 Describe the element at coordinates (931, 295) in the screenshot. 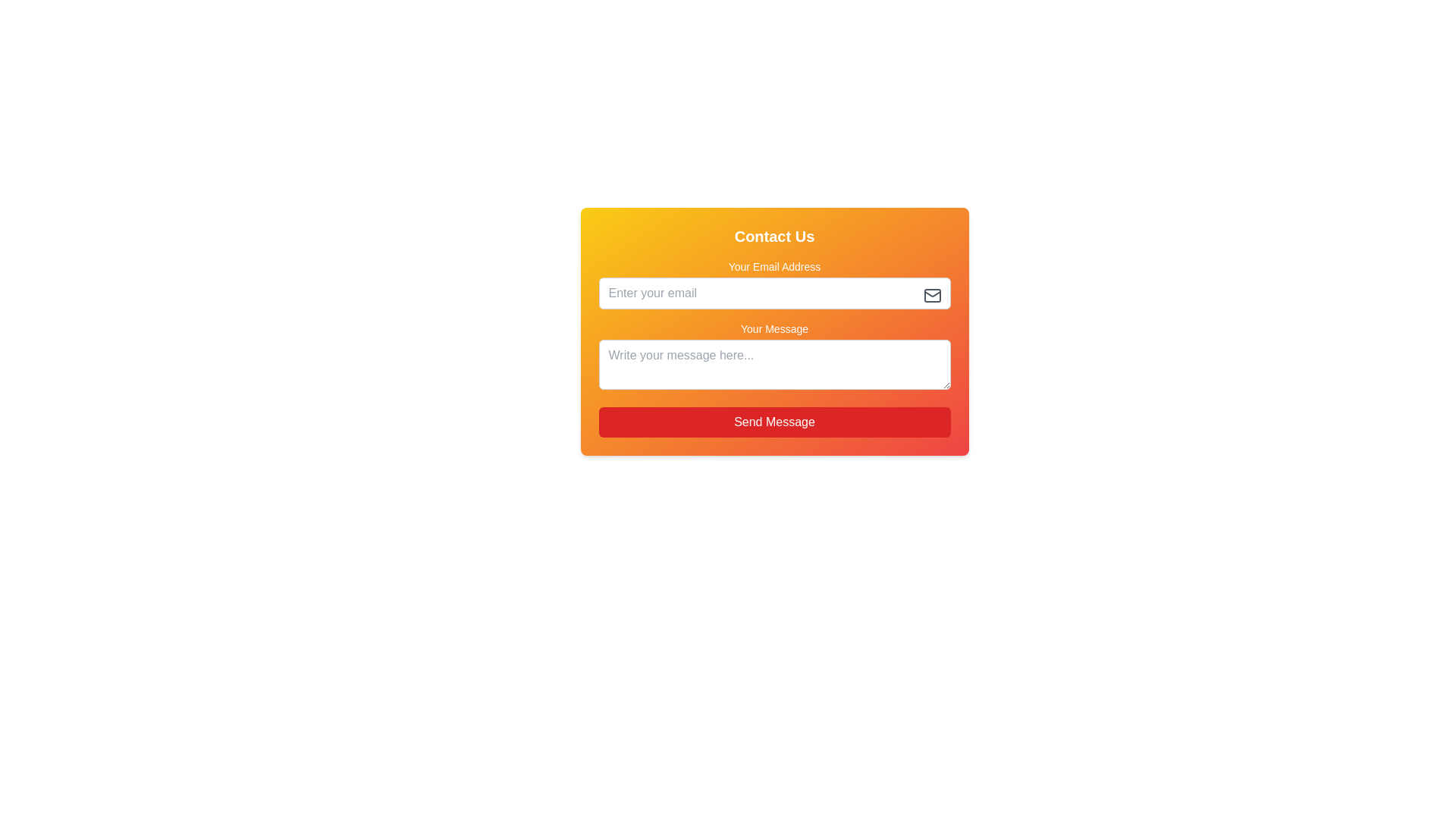

I see `the email address icon located at the top-right corner of the 'Your Email Address' input field in the contact form interface` at that location.